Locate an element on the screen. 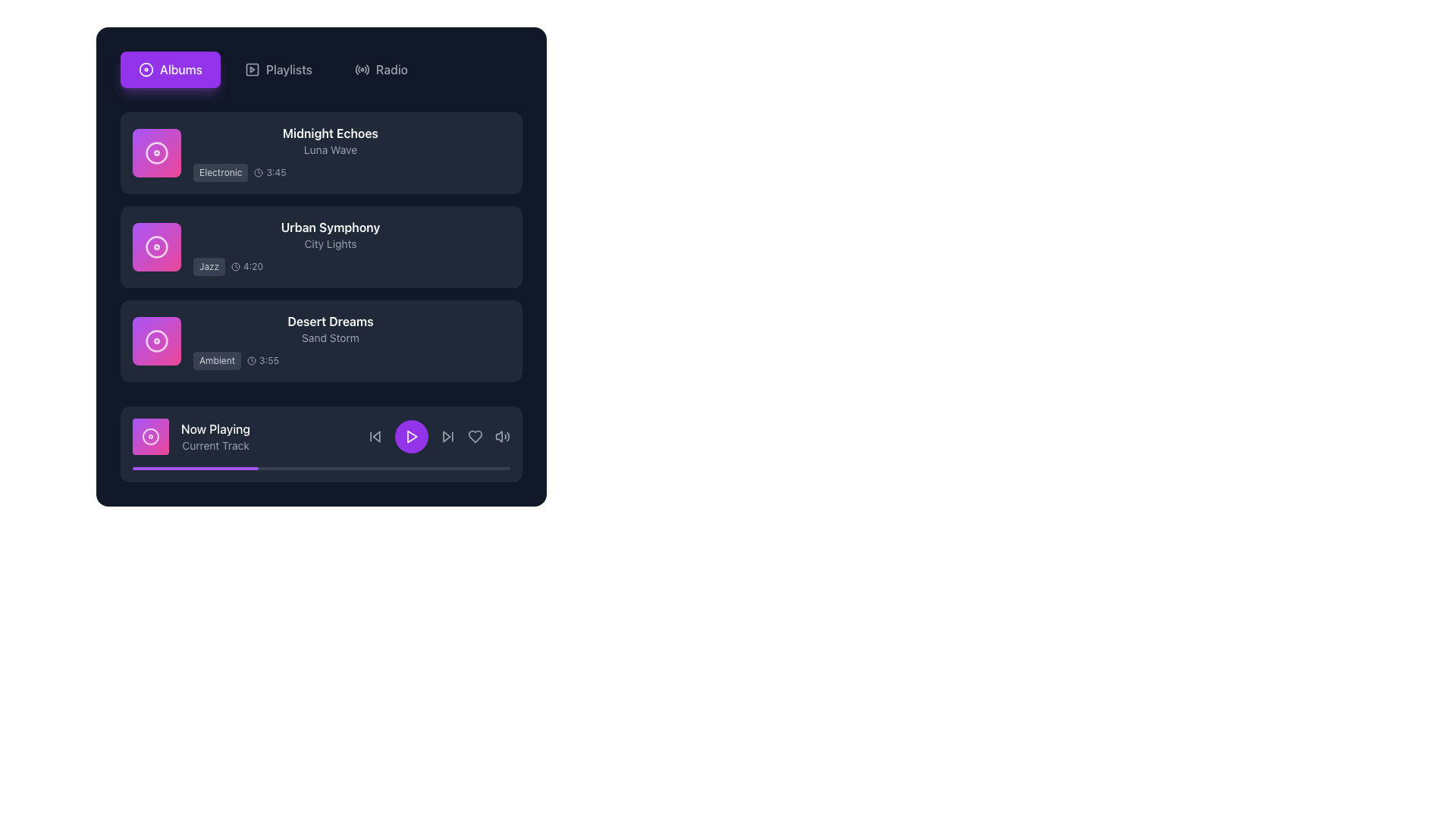 Image resolution: width=1456 pixels, height=819 pixels. the track summary item titled 'Desert Dreams' is located at coordinates (320, 341).